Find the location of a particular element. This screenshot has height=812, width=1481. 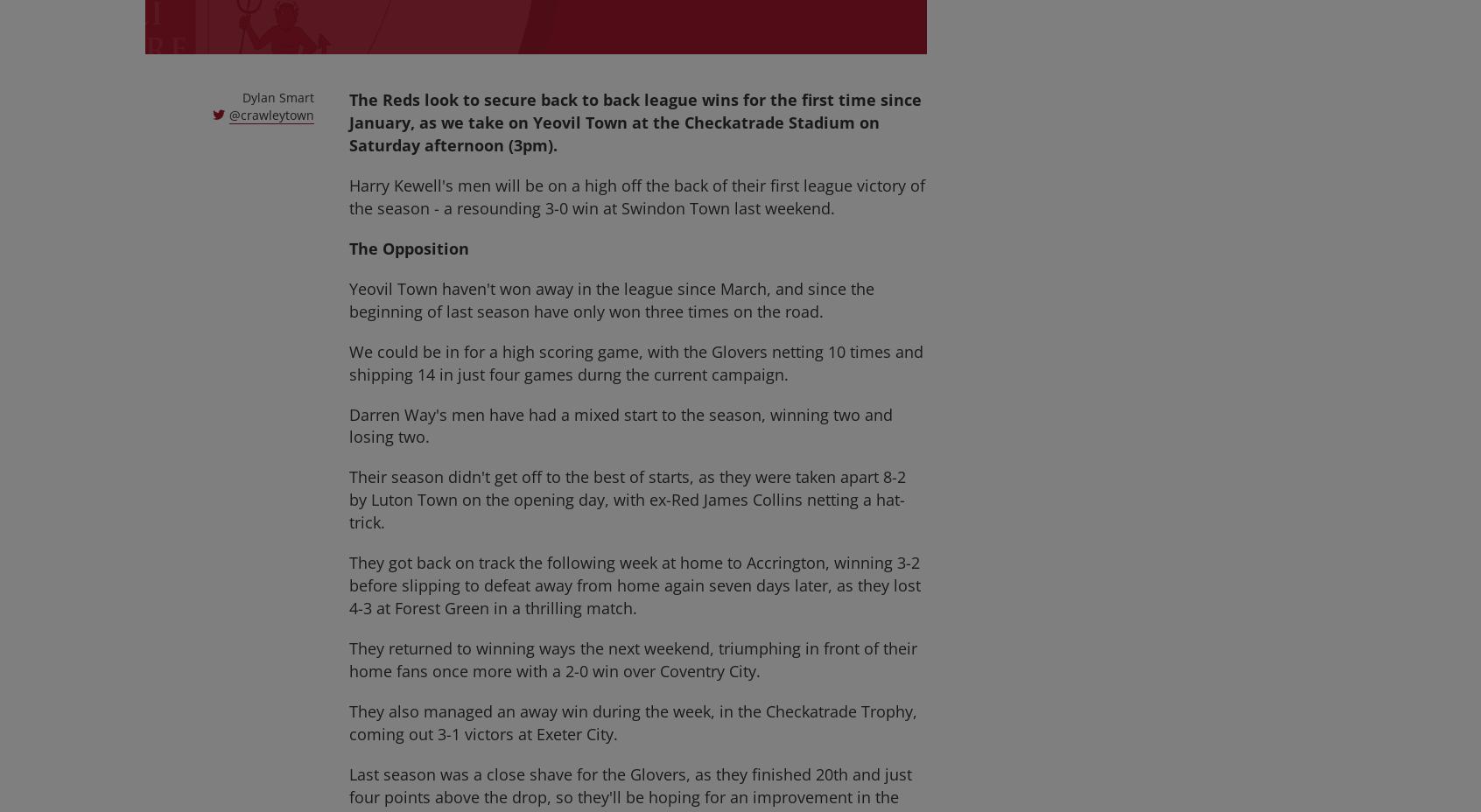

'Harry Kewell's men will be on a high off the back of their first league victory of the season - a resounding 3-0 win at Swindon Town last weekend.' is located at coordinates (636, 196).